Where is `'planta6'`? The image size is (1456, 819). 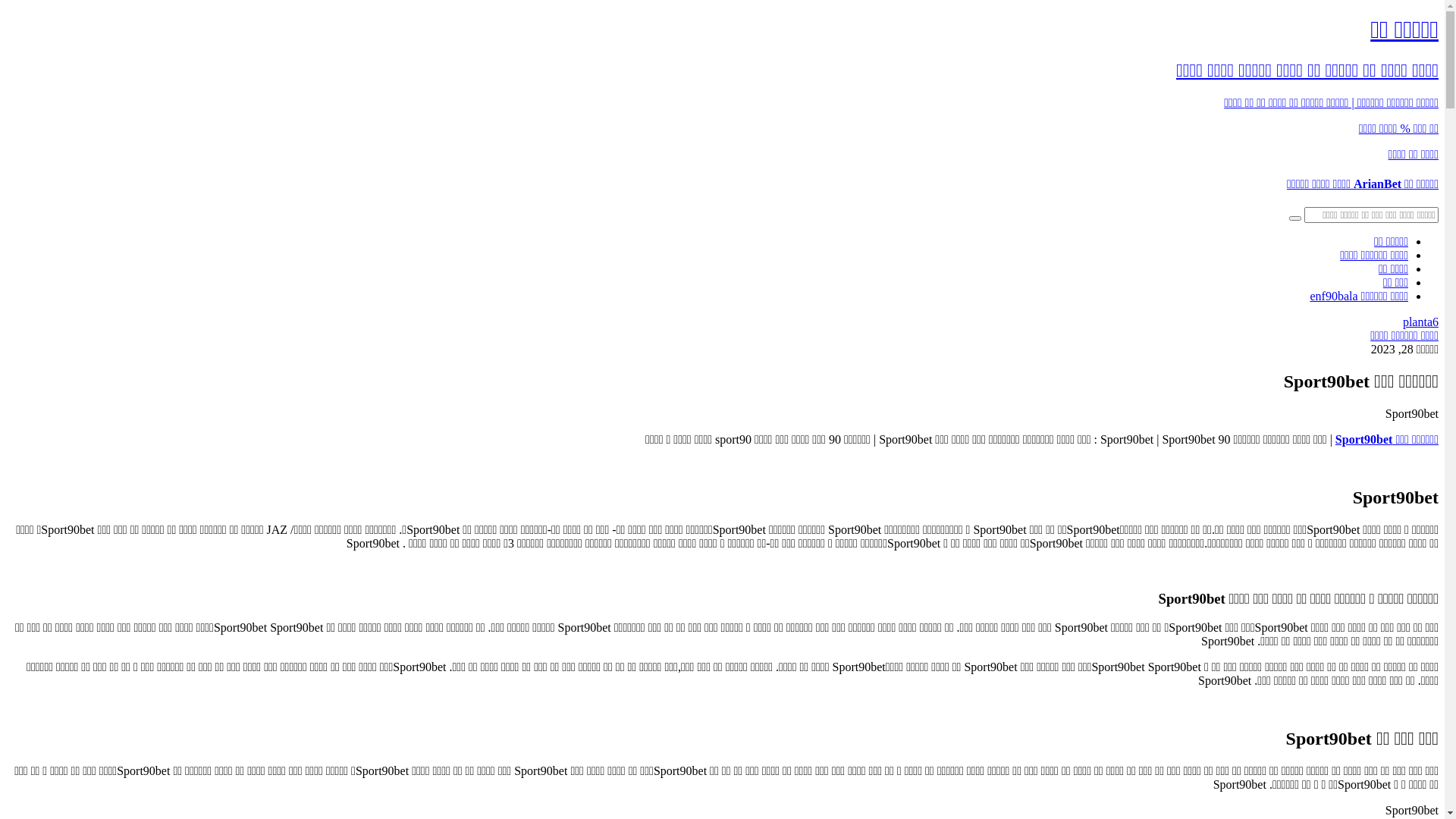
'planta6' is located at coordinates (1401, 321).